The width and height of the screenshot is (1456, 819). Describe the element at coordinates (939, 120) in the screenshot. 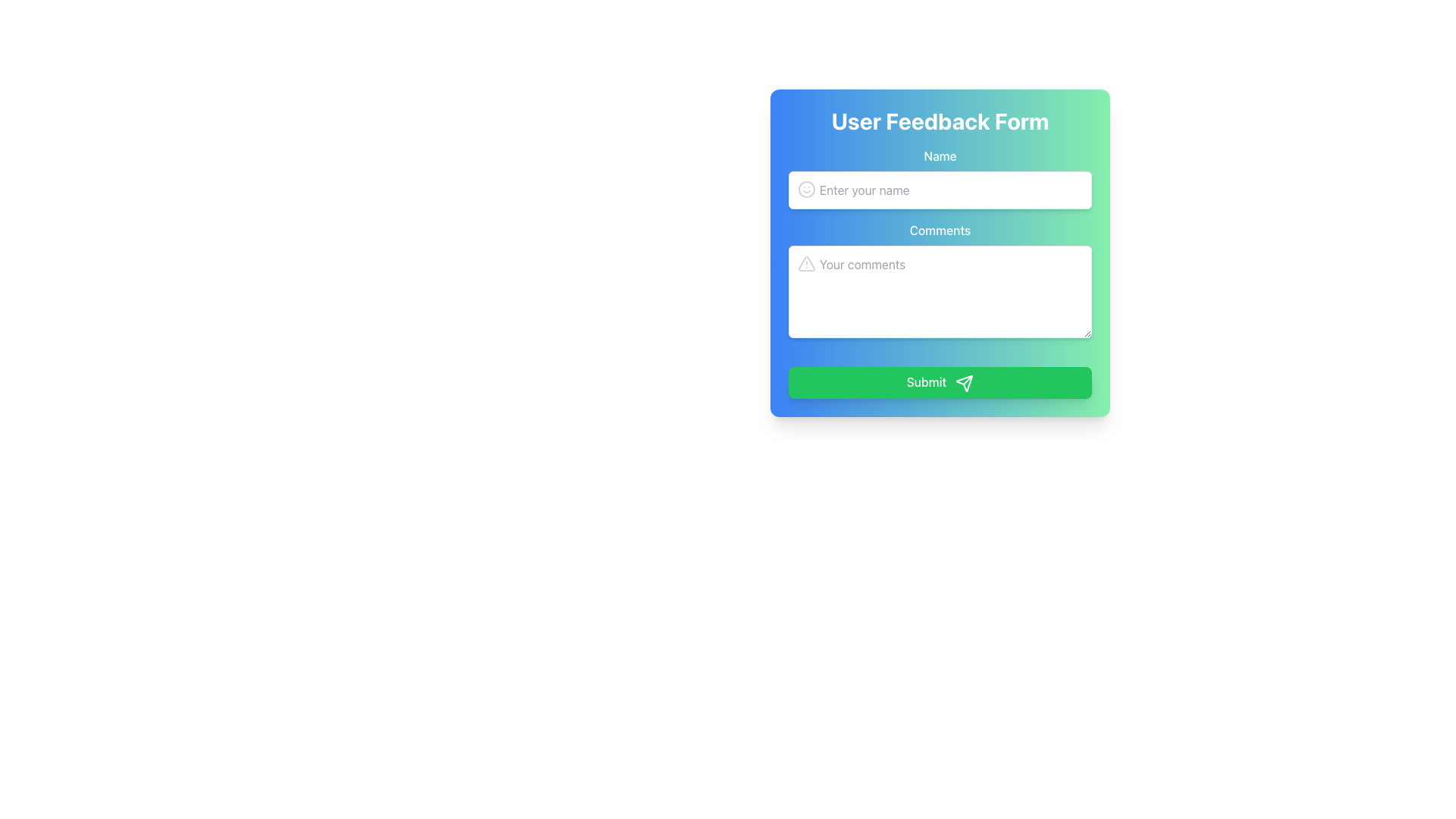

I see `text from the heading 'User Feedback Form' located at the top center of the interface, which is positioned above the input fields and buttons` at that location.